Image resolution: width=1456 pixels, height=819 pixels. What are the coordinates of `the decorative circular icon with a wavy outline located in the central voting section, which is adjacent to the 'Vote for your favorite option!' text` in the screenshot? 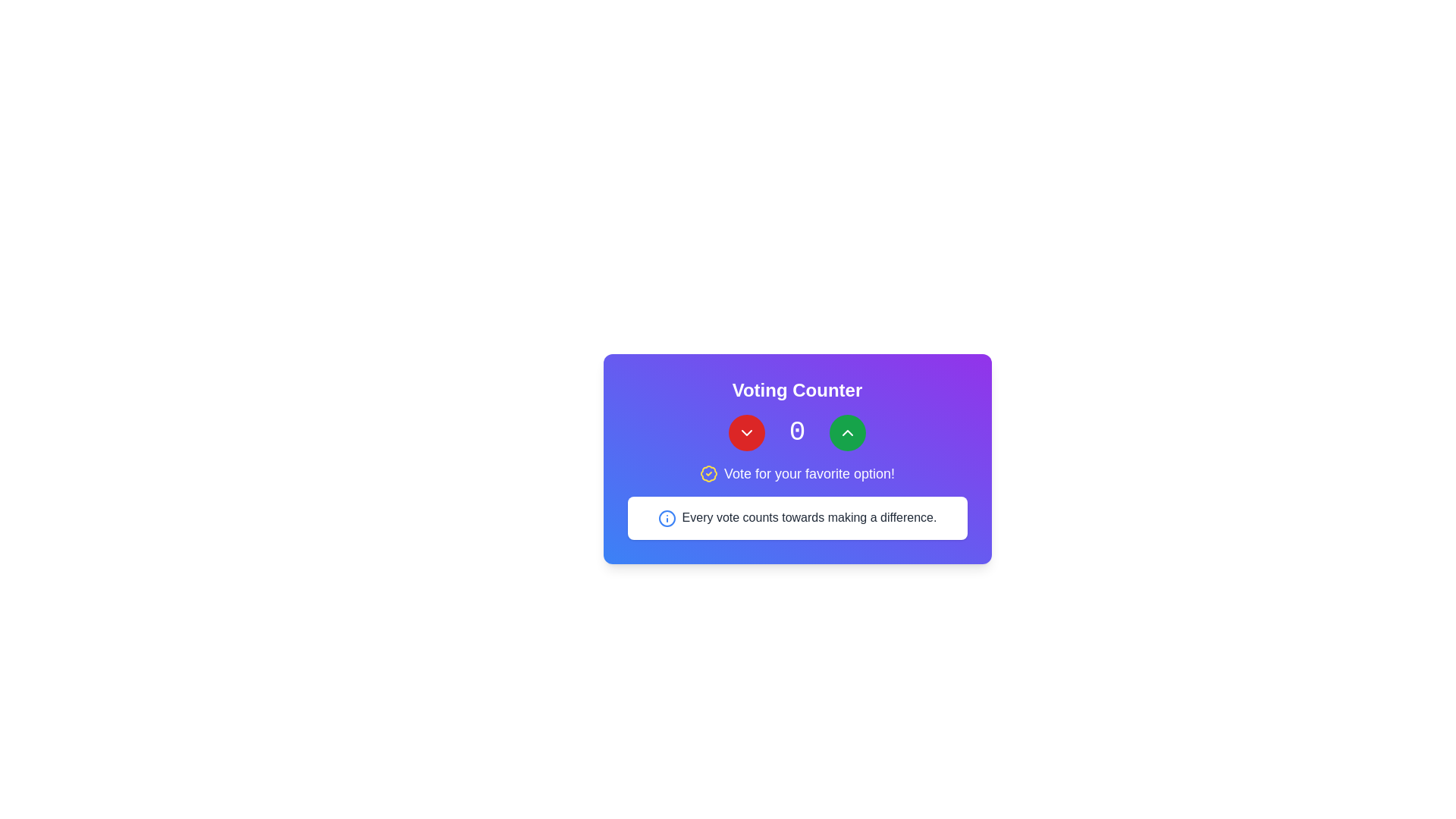 It's located at (708, 472).